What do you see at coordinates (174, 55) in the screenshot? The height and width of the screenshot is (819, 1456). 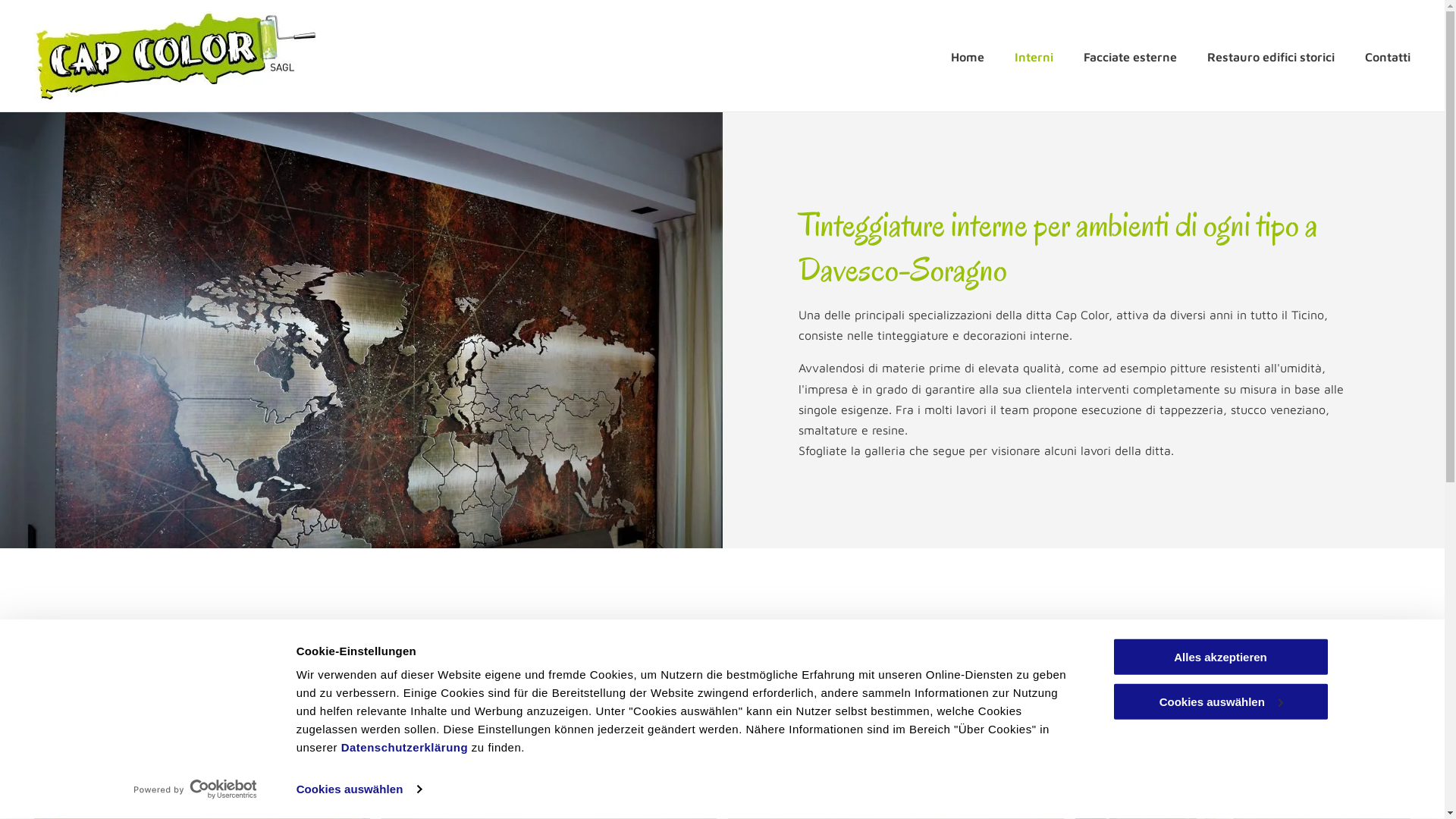 I see `'Cap Color'` at bounding box center [174, 55].